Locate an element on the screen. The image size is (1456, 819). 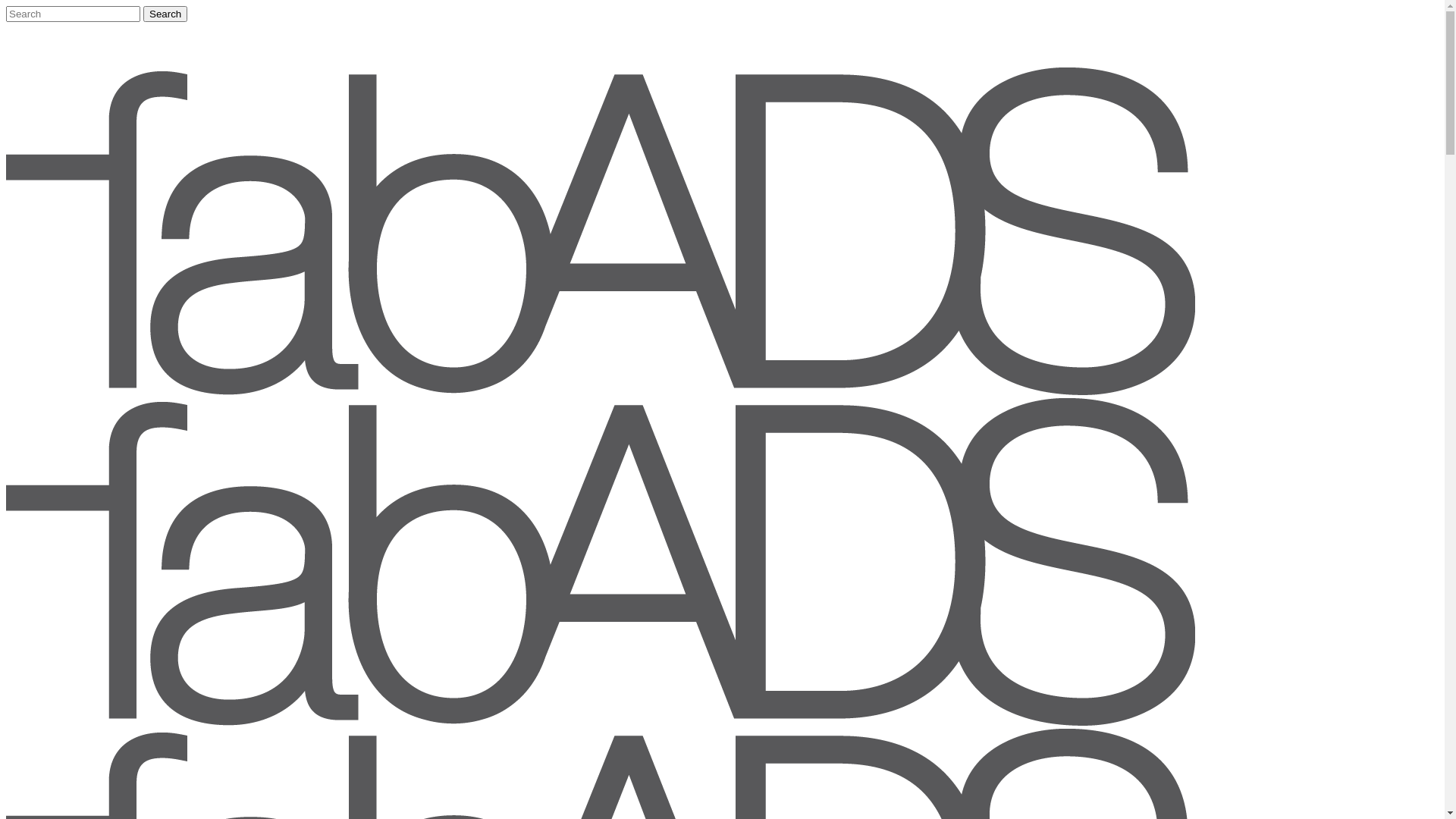
'info@fabads.com.au' is located at coordinates (50, 27).